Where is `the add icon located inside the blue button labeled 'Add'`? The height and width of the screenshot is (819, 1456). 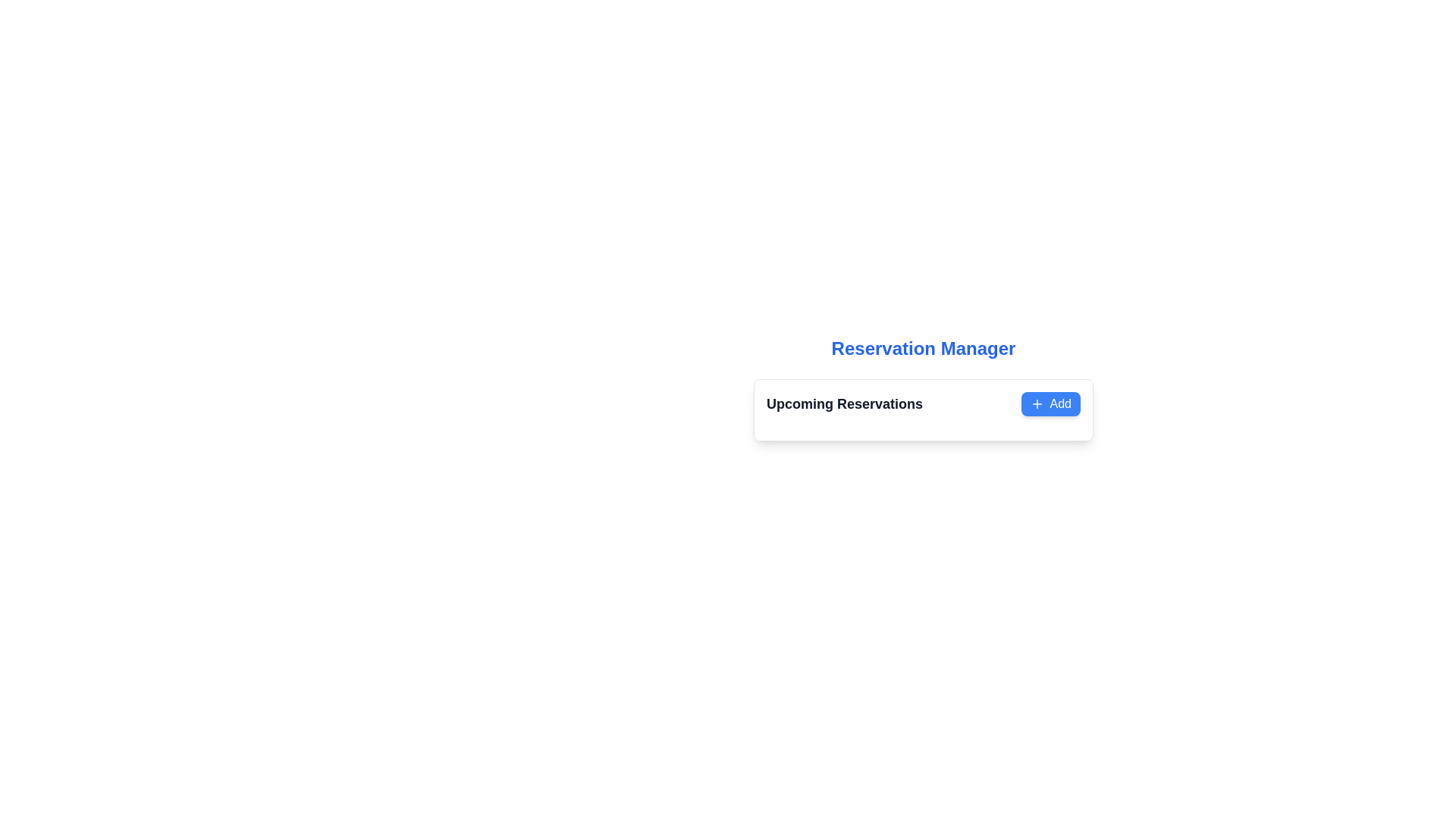
the add icon located inside the blue button labeled 'Add' is located at coordinates (1036, 403).